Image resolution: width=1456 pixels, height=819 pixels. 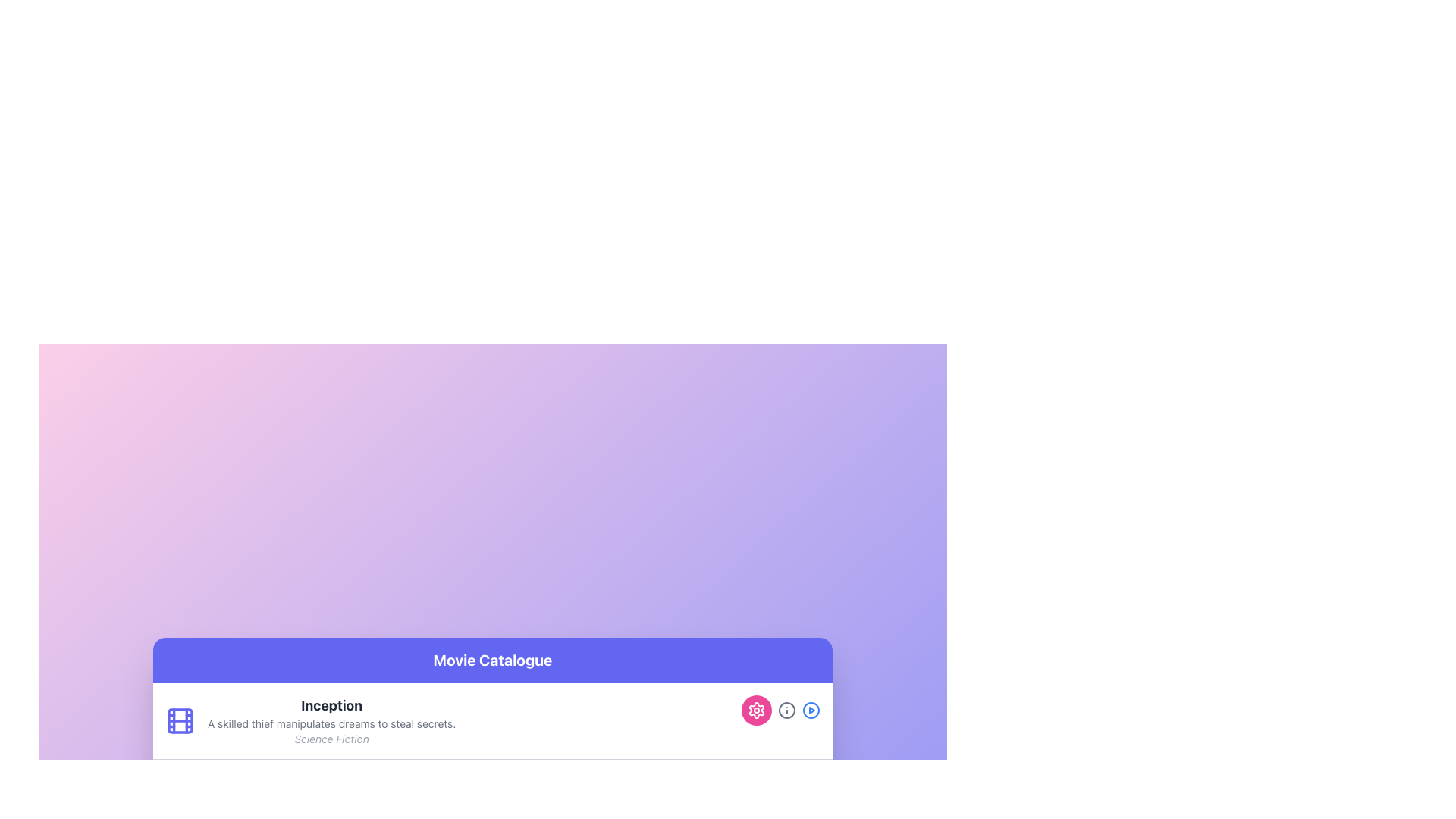 I want to click on the circular play button icon located on the far right side of the group of circular icons to initiate playback, so click(x=811, y=710).